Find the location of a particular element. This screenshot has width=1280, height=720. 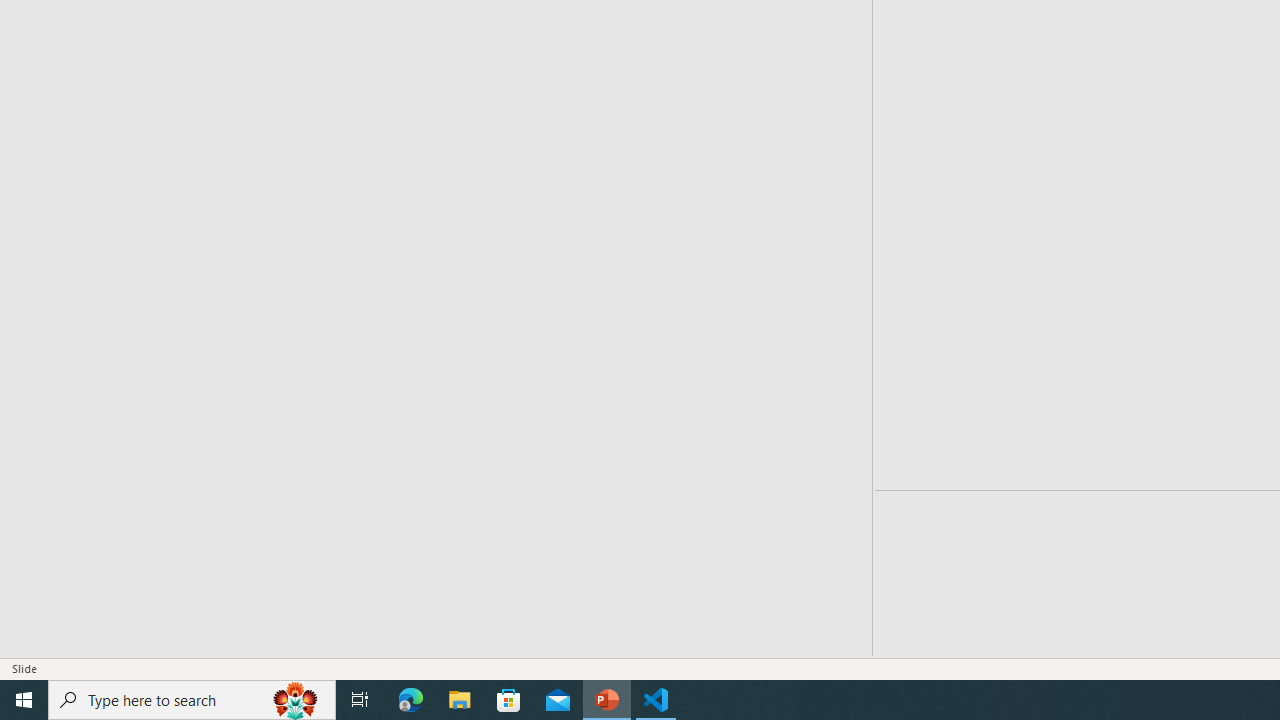

'Task View' is located at coordinates (359, 698).